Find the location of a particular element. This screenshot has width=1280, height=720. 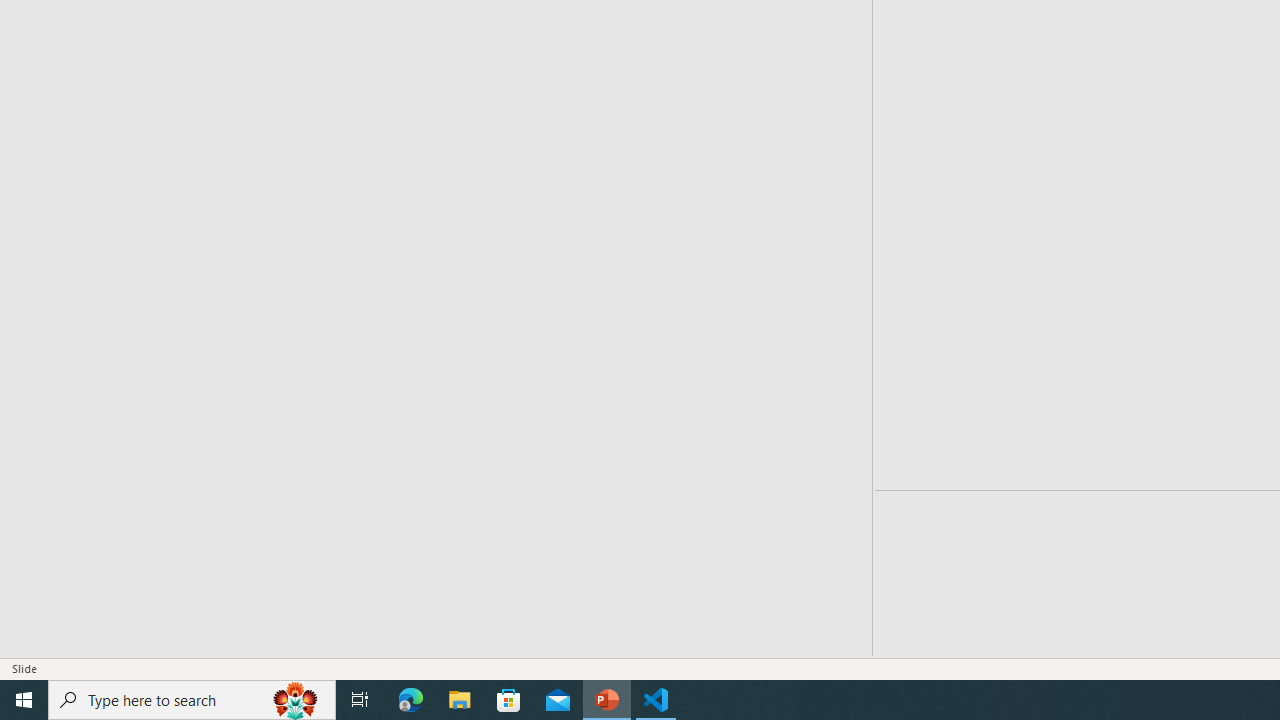

'Task View' is located at coordinates (359, 698).